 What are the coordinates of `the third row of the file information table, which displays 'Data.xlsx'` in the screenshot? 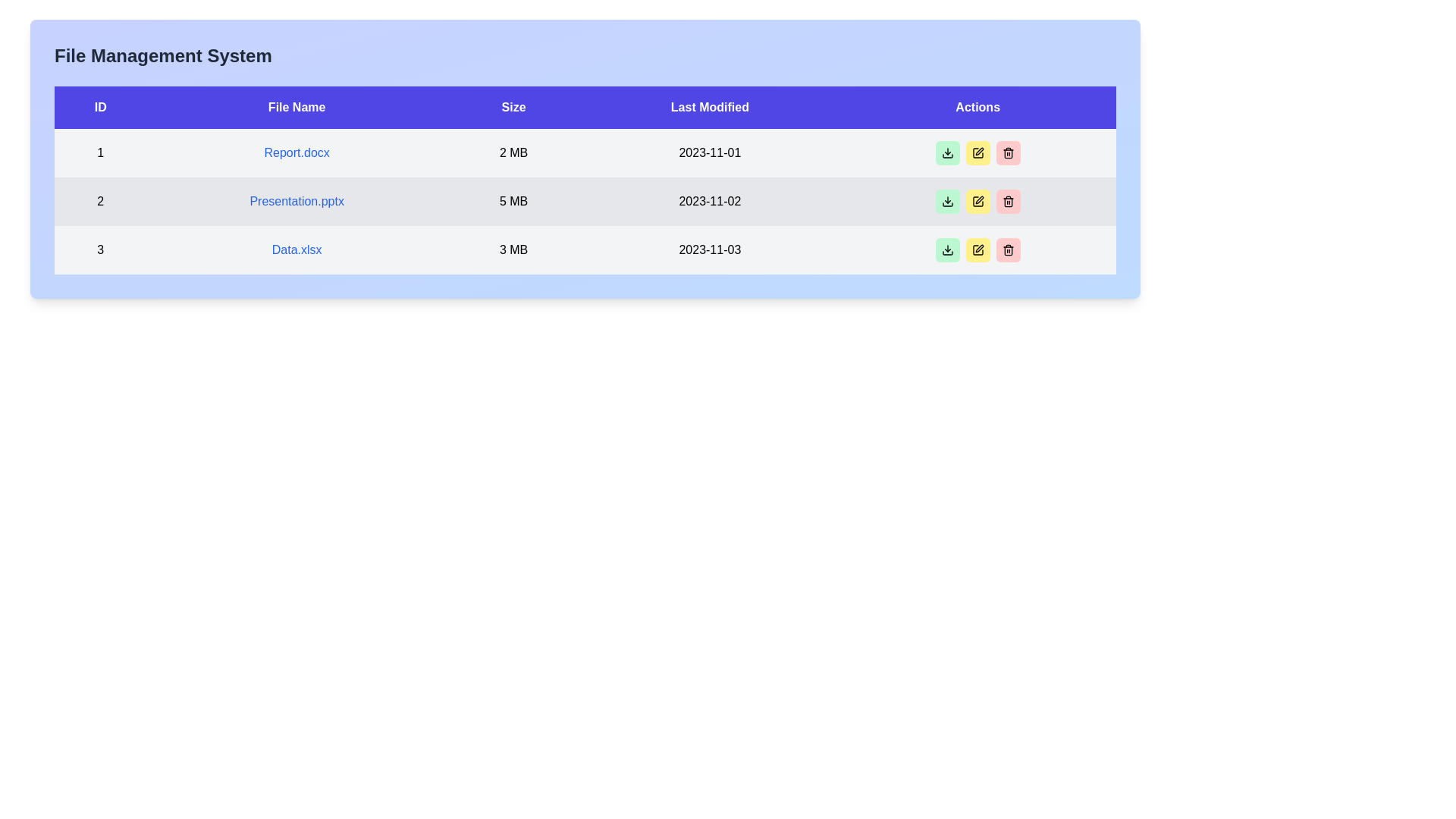 It's located at (585, 249).